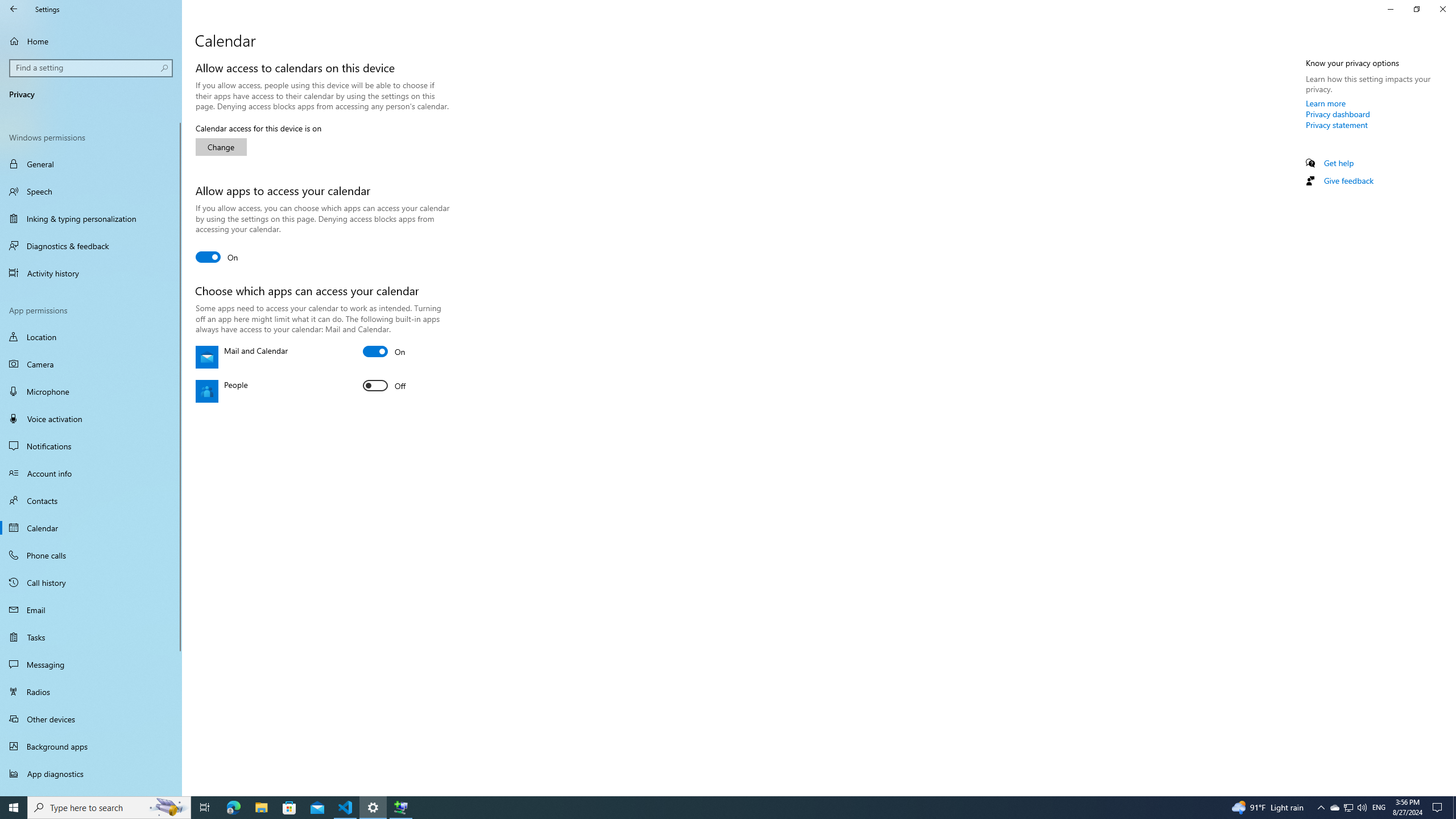 Image resolution: width=1456 pixels, height=819 pixels. Describe the element at coordinates (90, 272) in the screenshot. I see `'Activity history'` at that location.